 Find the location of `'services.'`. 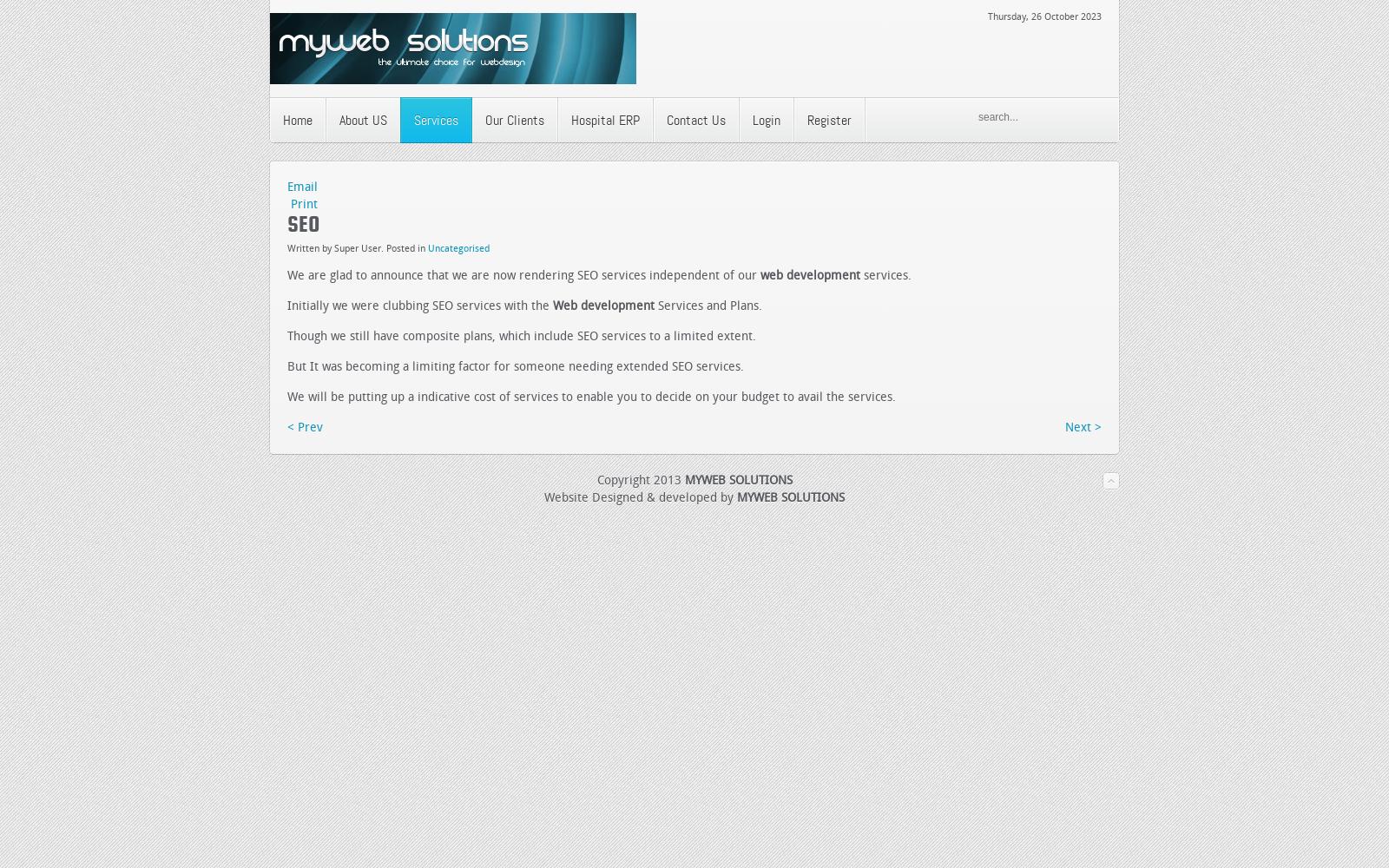

'services.' is located at coordinates (885, 274).